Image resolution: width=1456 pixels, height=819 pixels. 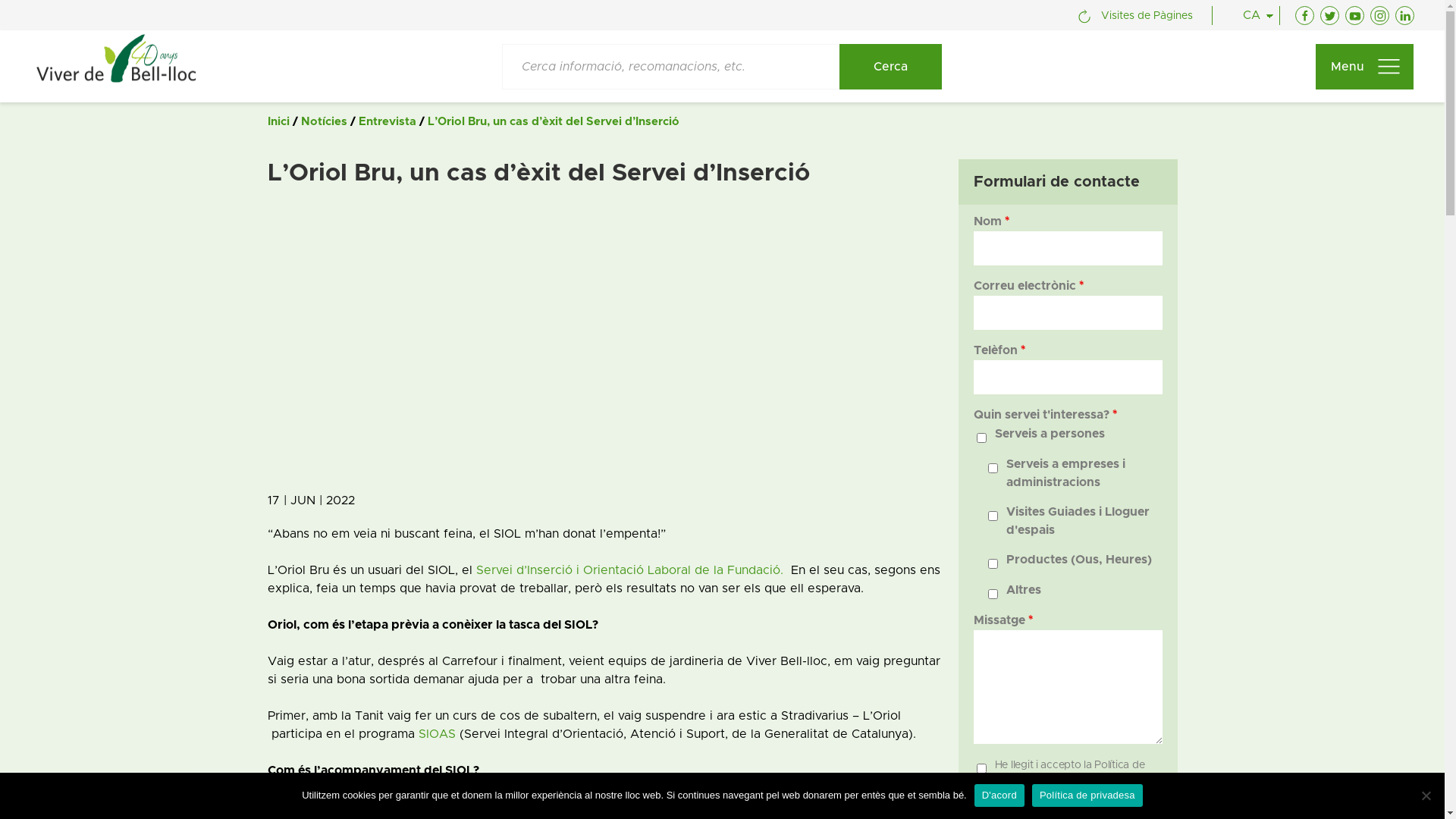 I want to click on 'Instagram', so click(x=1379, y=15).